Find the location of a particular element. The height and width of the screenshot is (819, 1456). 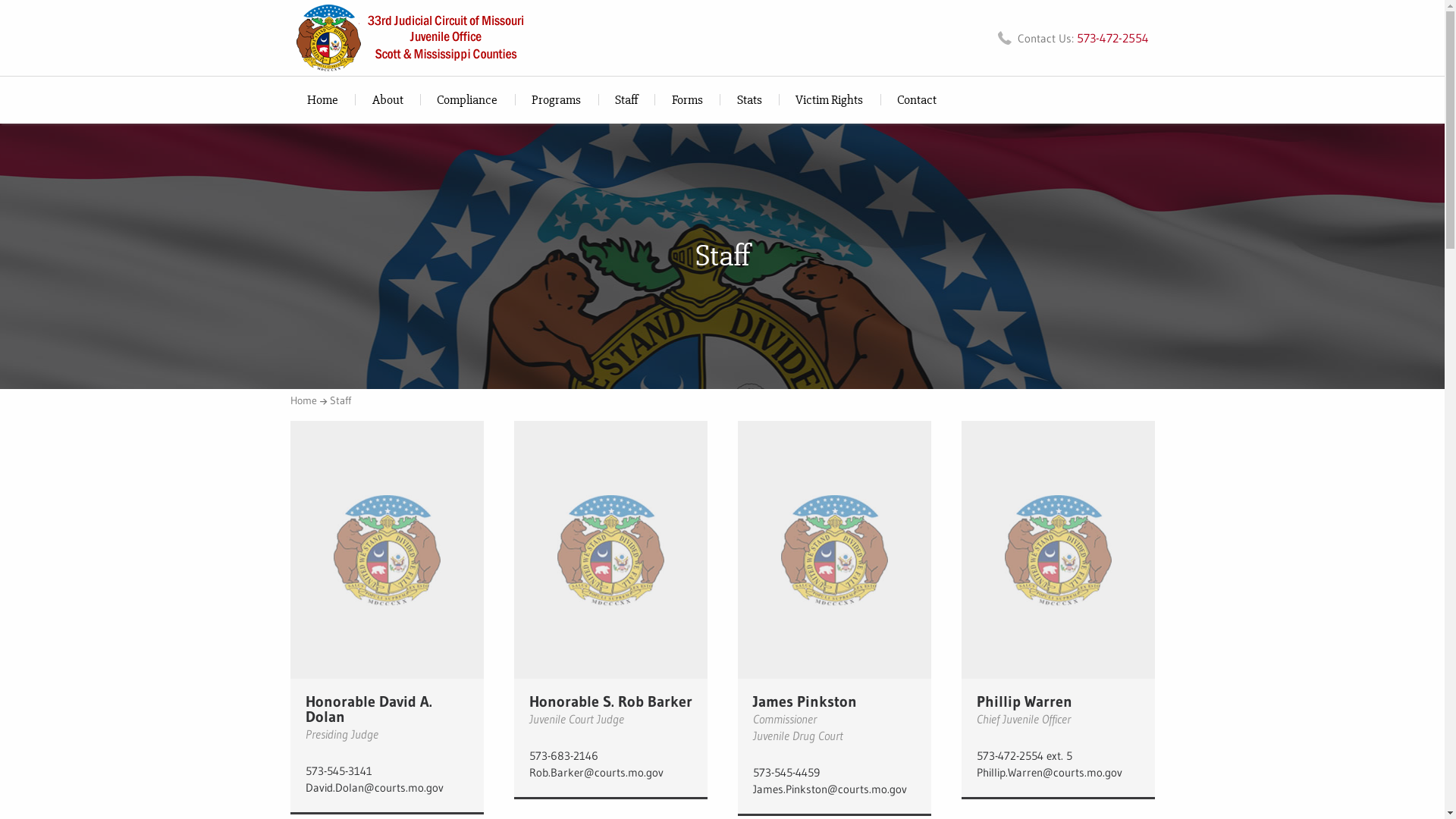

'573-472-2554 ext. 5' is located at coordinates (1057, 756).